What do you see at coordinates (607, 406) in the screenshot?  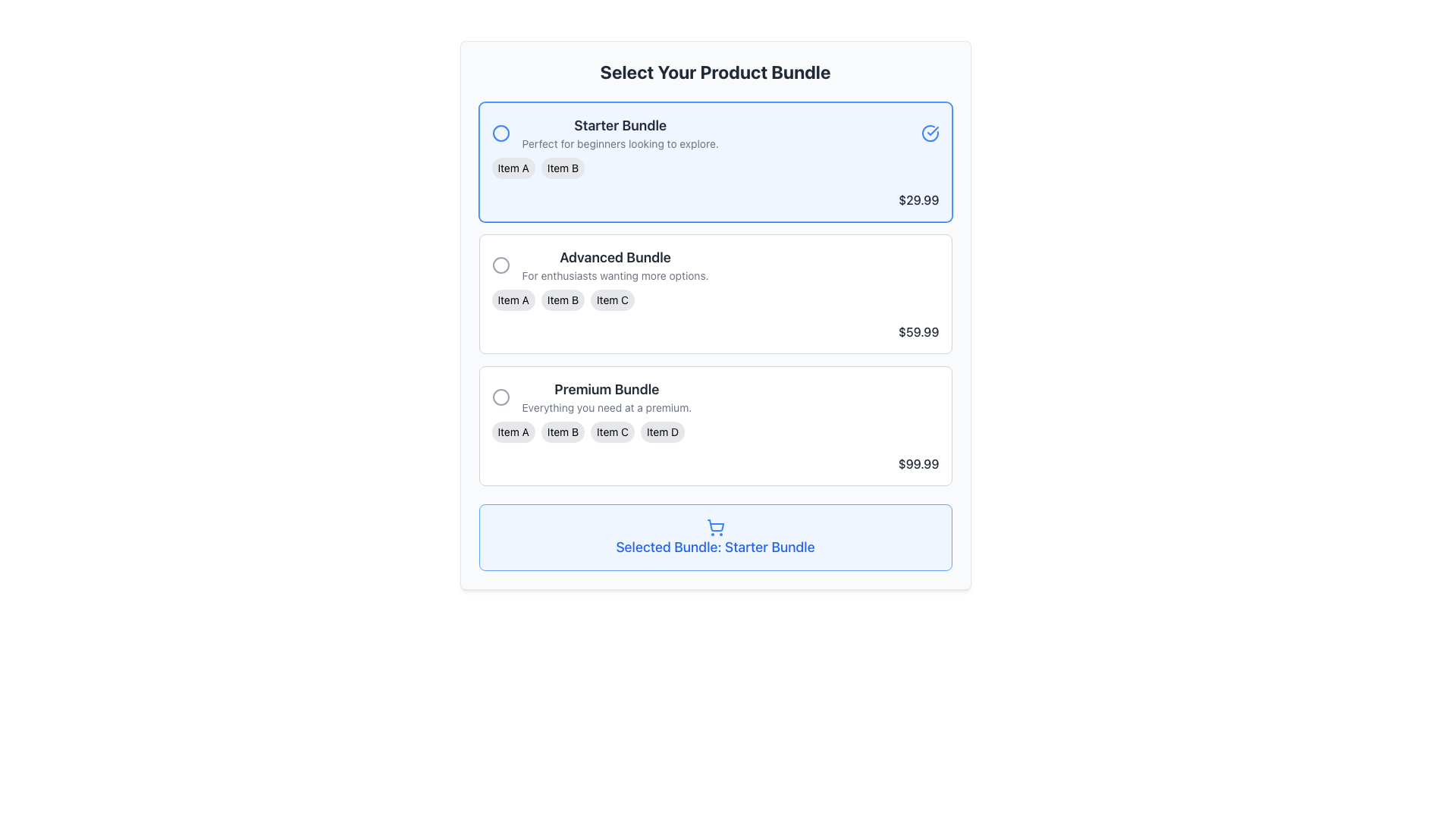 I see `the gray text label that reads 'Everything you need at a premium.' located below the bold title 'Premium Bundle'` at bounding box center [607, 406].